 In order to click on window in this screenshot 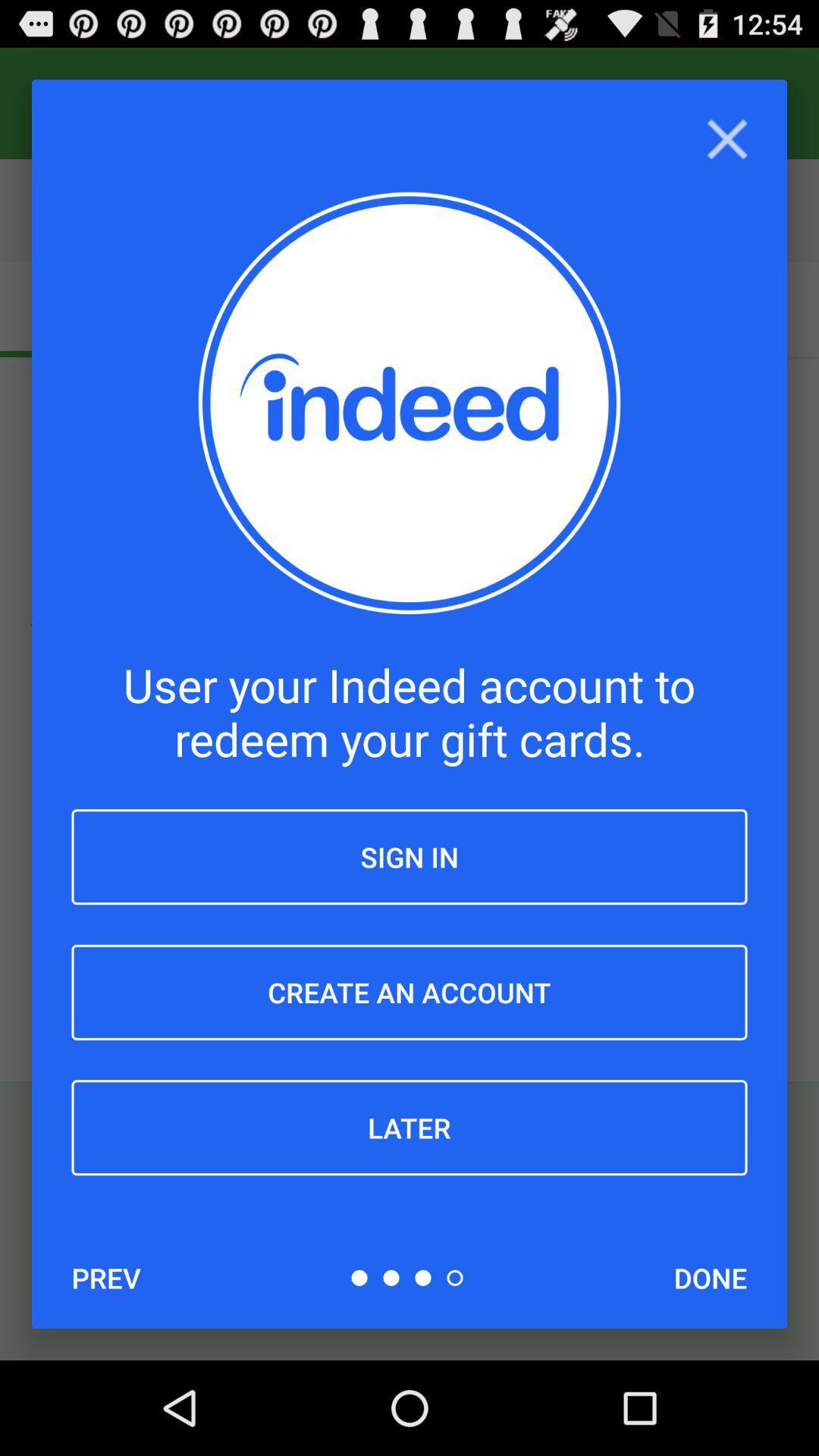, I will do `click(726, 139)`.